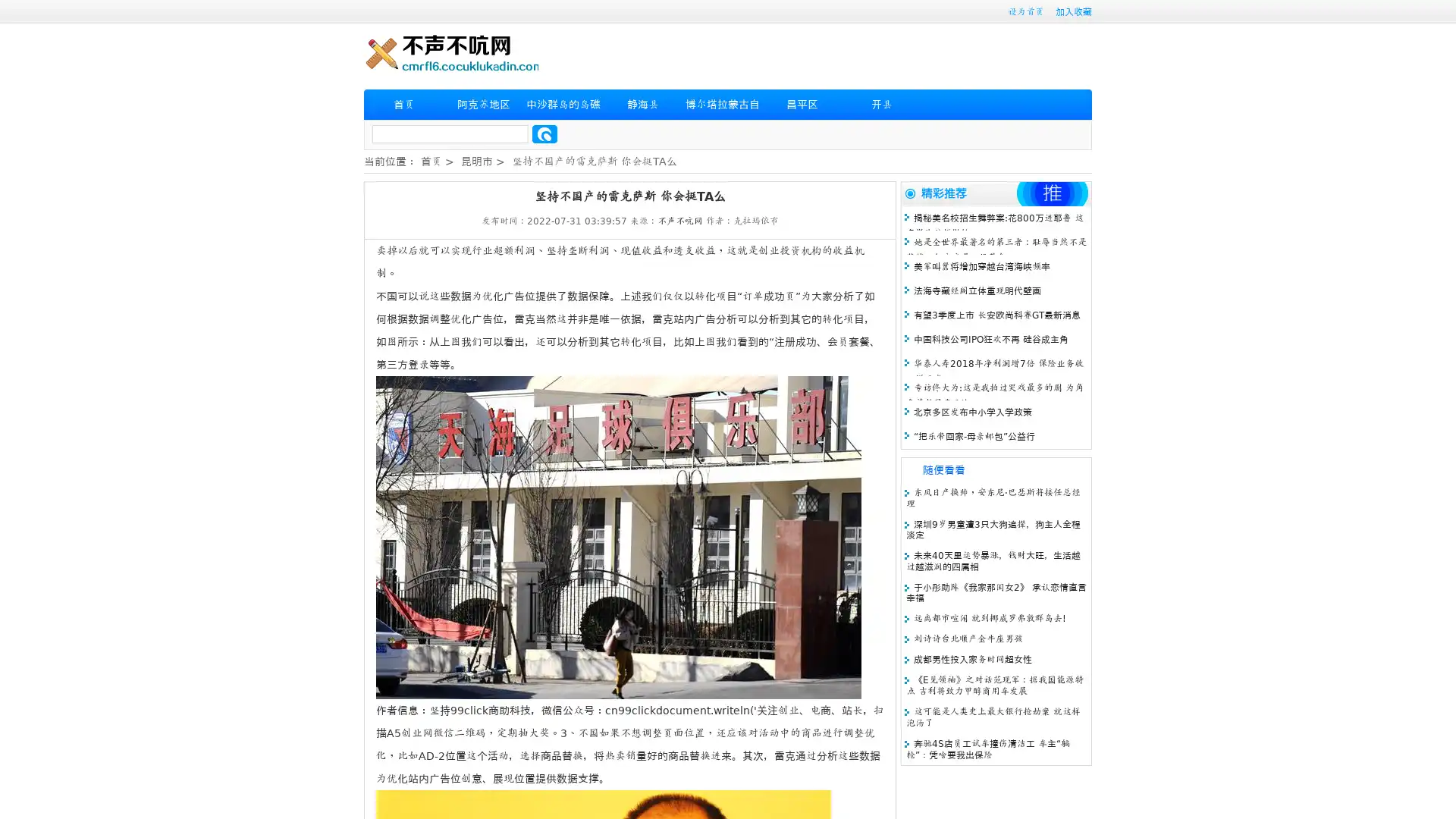 This screenshot has width=1456, height=819. Describe the element at coordinates (544, 133) in the screenshot. I see `Search` at that location.